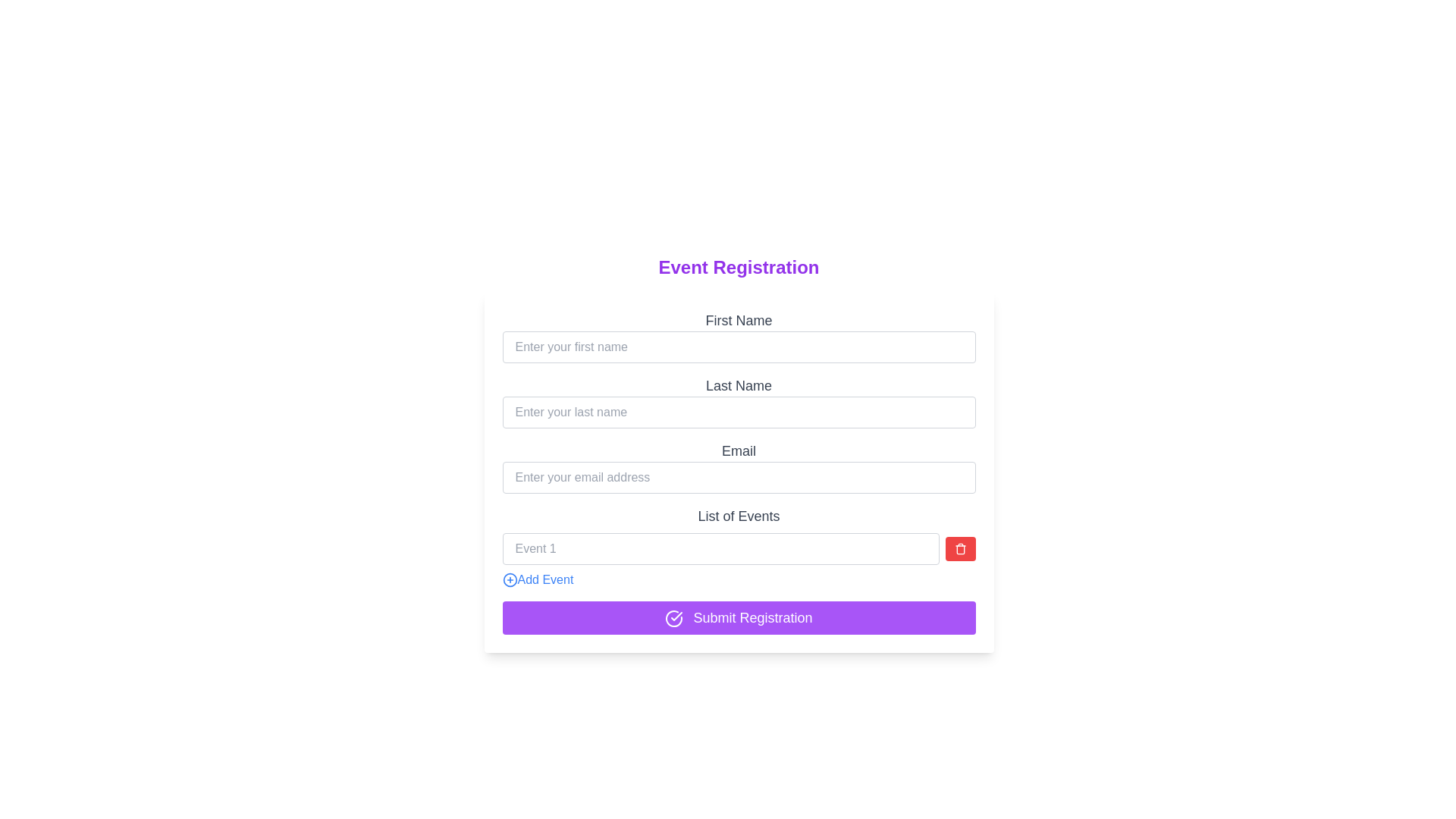 This screenshot has width=1456, height=819. What do you see at coordinates (510, 579) in the screenshot?
I see `the vector graphic icon embedded in the 'Add Event' button located below the 'List of Events' field` at bounding box center [510, 579].